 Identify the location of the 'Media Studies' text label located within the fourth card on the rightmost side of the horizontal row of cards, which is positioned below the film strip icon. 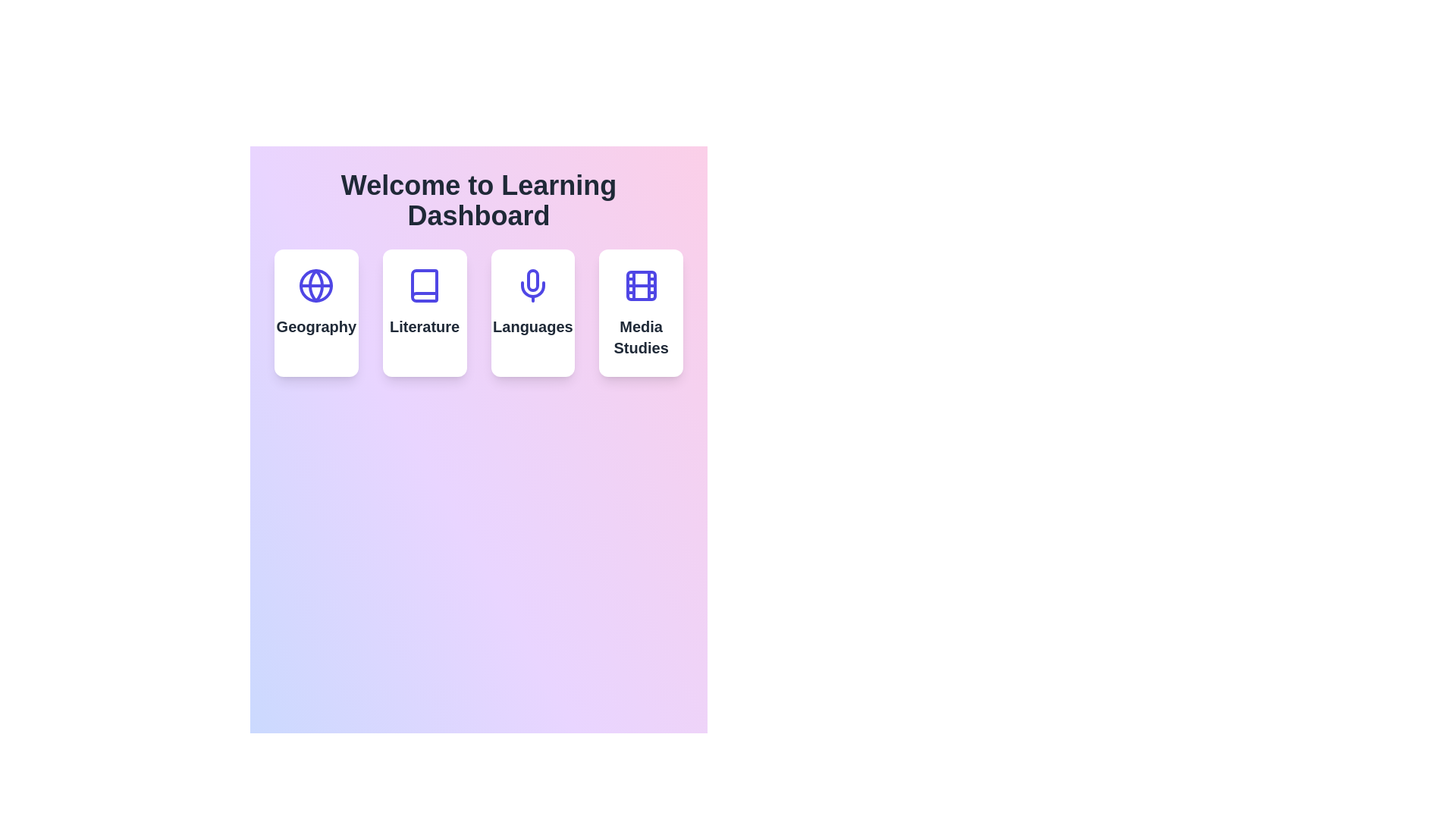
(641, 336).